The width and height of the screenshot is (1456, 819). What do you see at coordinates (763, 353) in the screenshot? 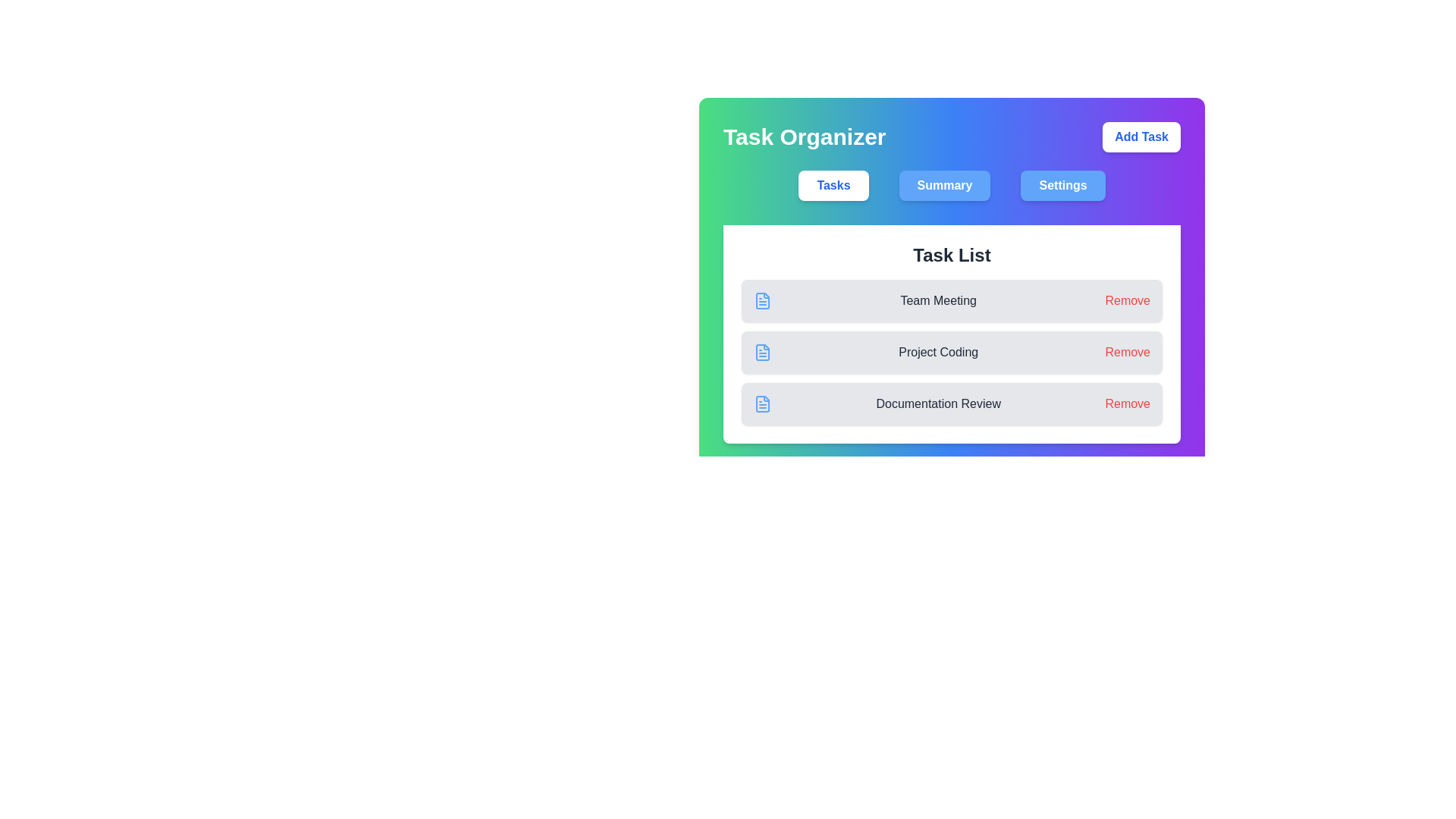
I see `the icon representing the 'Project Coding' task` at bounding box center [763, 353].